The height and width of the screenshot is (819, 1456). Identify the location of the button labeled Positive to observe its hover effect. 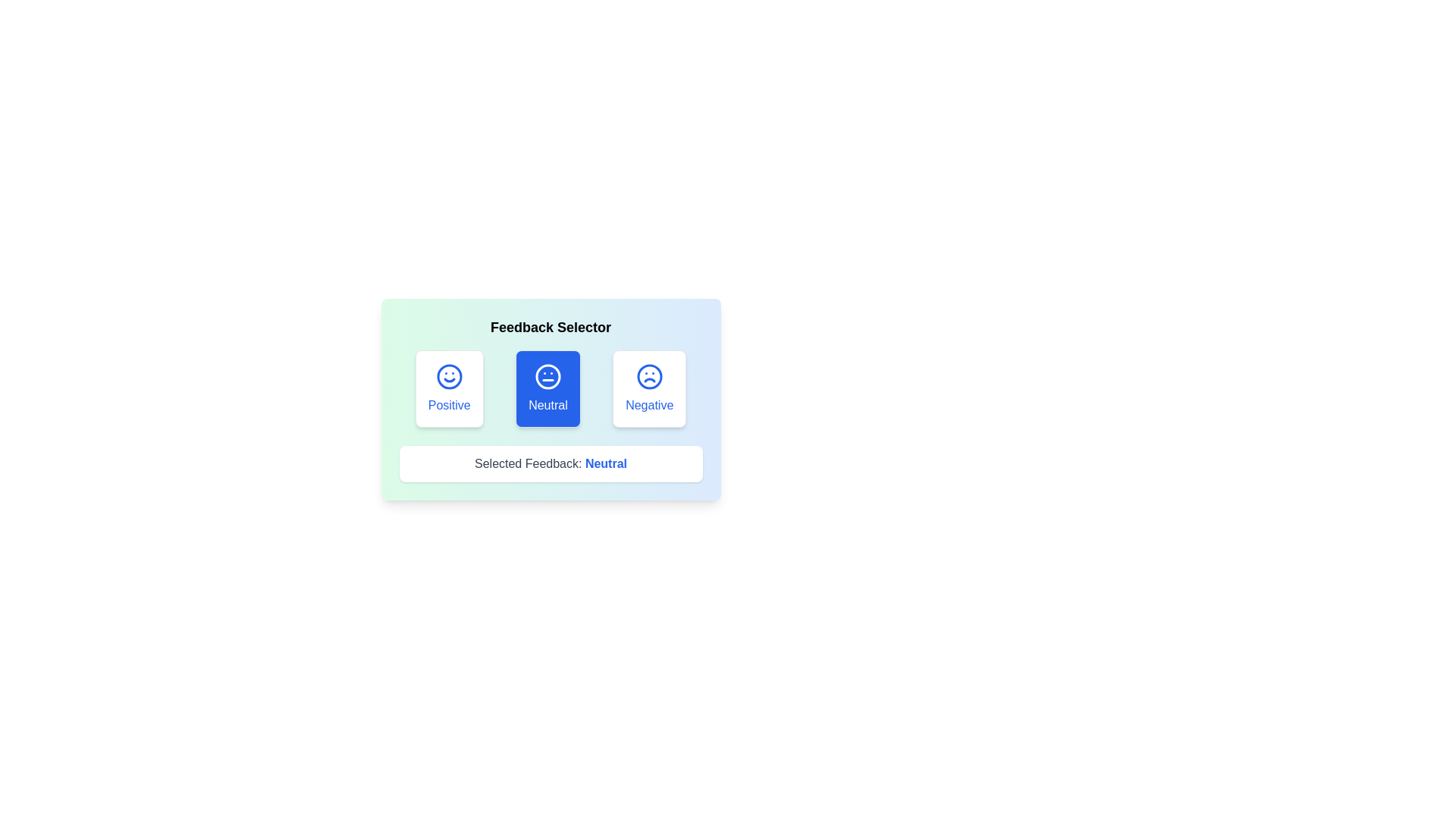
(448, 388).